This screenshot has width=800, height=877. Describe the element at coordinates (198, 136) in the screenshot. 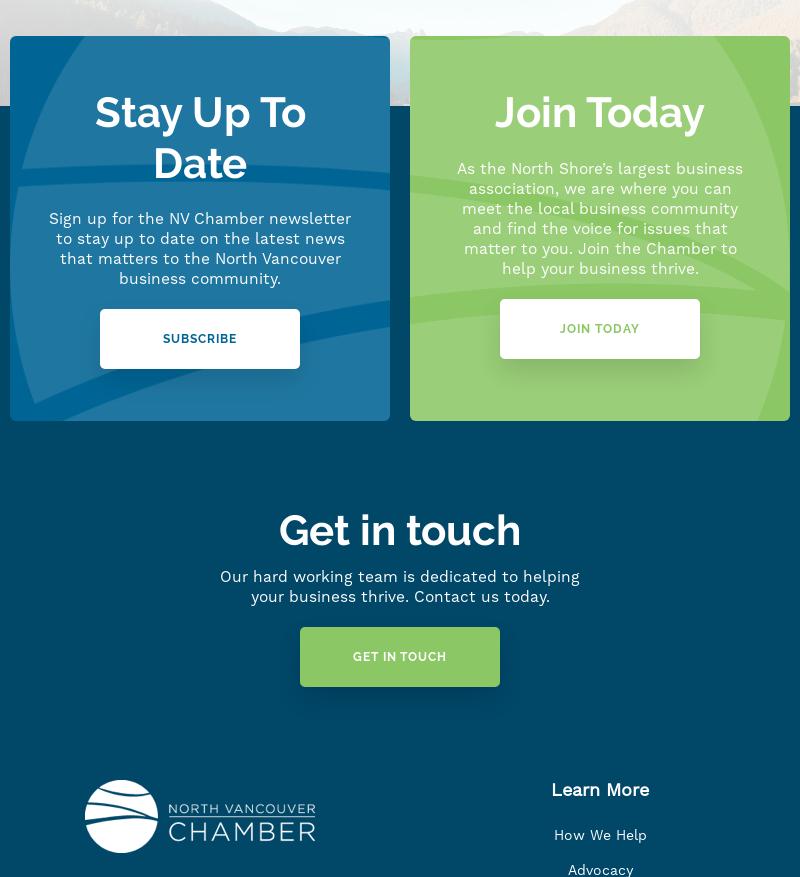

I see `'Stay Up To Date'` at that location.